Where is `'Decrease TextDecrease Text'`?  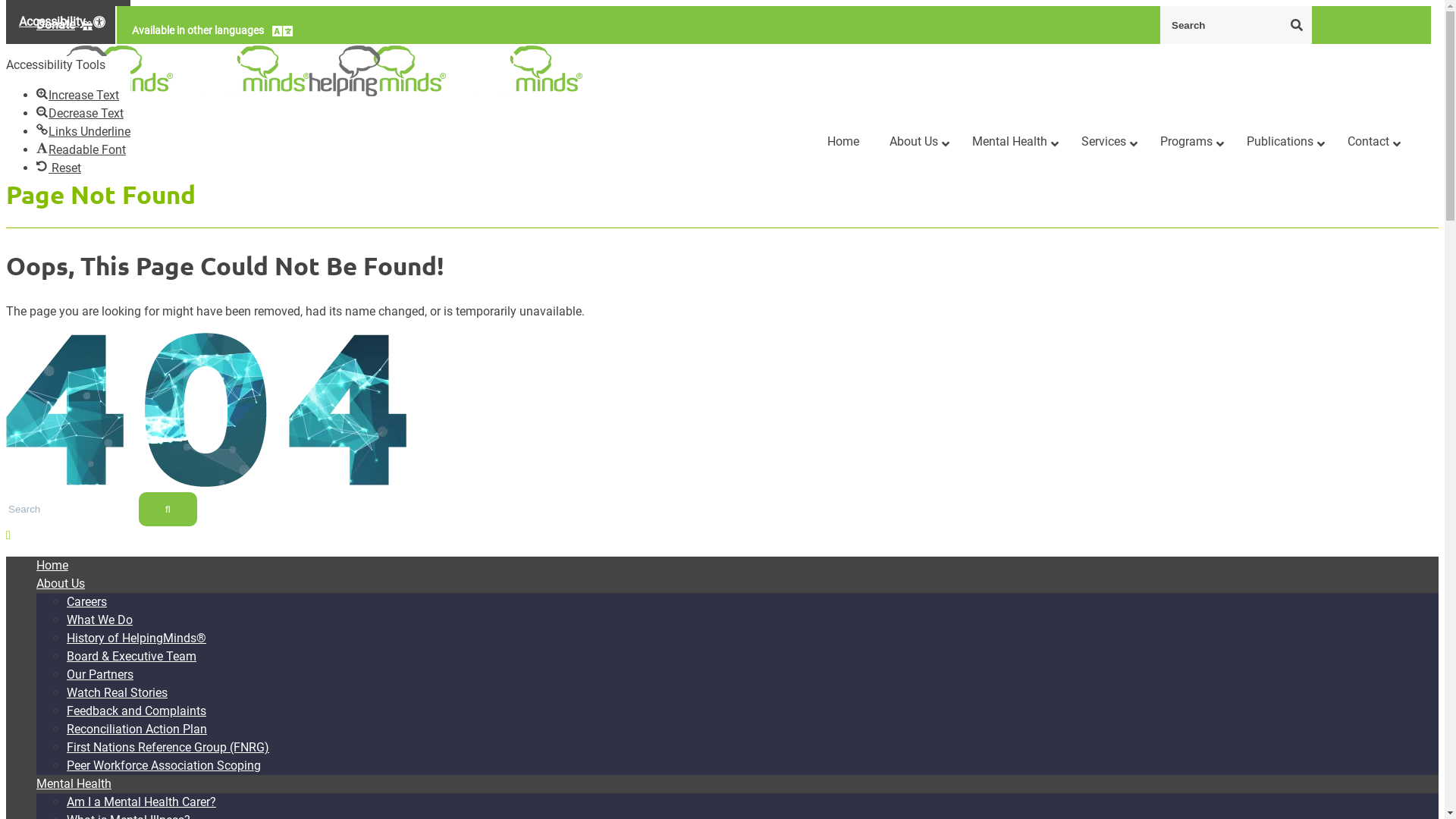 'Decrease TextDecrease Text' is located at coordinates (79, 112).